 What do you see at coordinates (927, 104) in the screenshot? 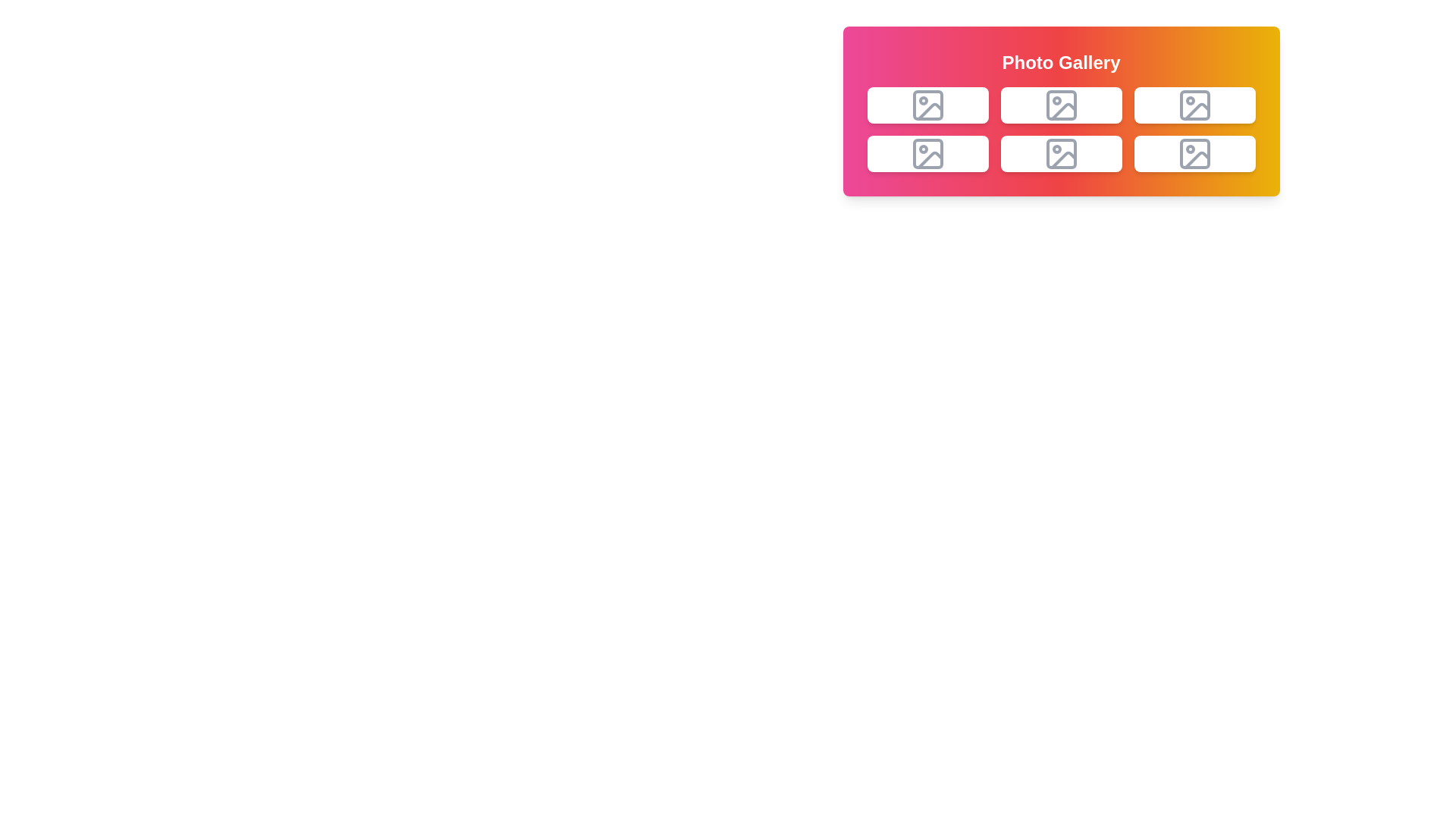
I see `the hover effect of the small photo frame icon located in the second cell of the first row in the Photo Gallery section` at bounding box center [927, 104].